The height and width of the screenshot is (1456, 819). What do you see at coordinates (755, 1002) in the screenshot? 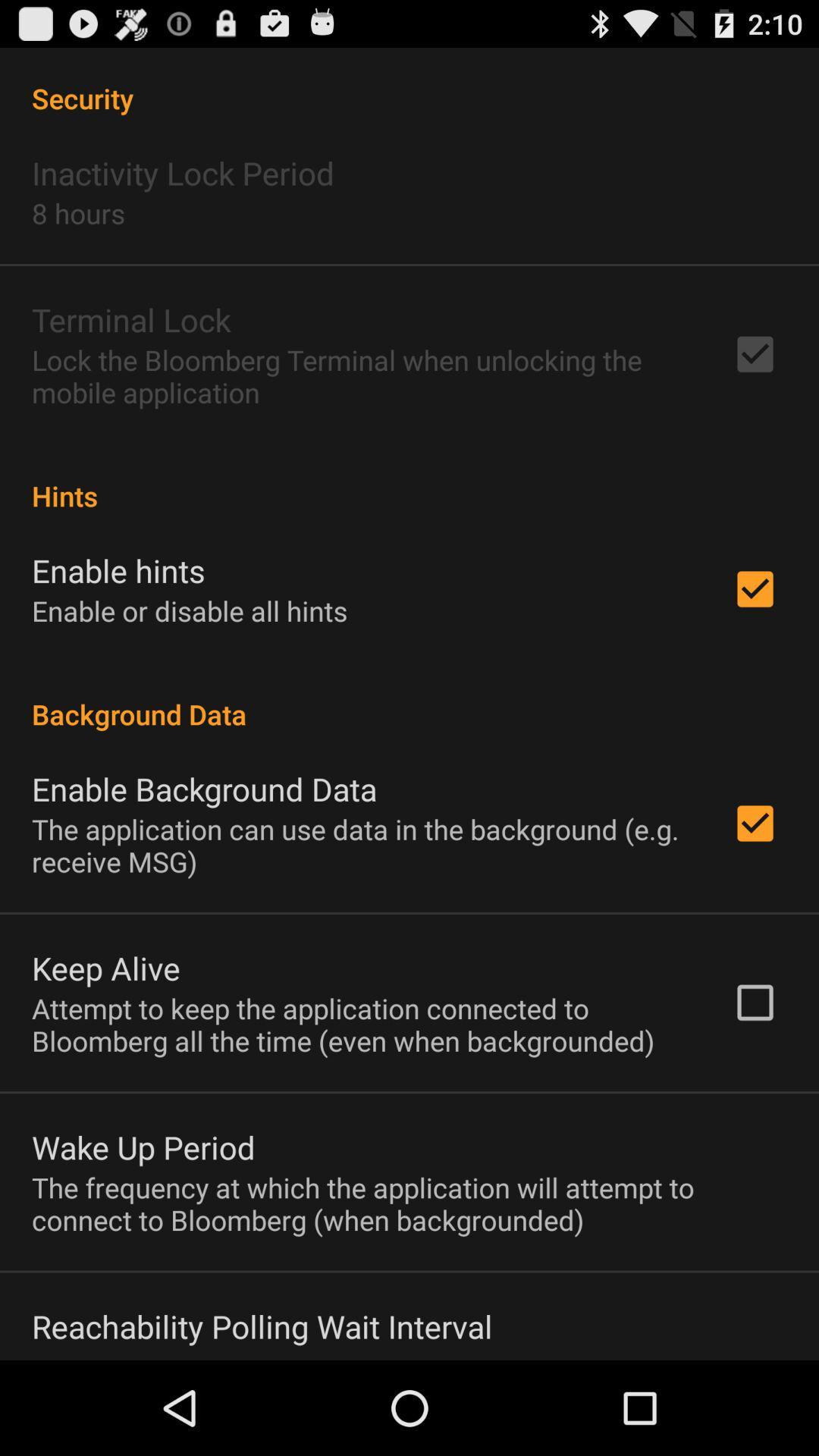
I see `the box which is right hand side of keep alive` at bounding box center [755, 1002].